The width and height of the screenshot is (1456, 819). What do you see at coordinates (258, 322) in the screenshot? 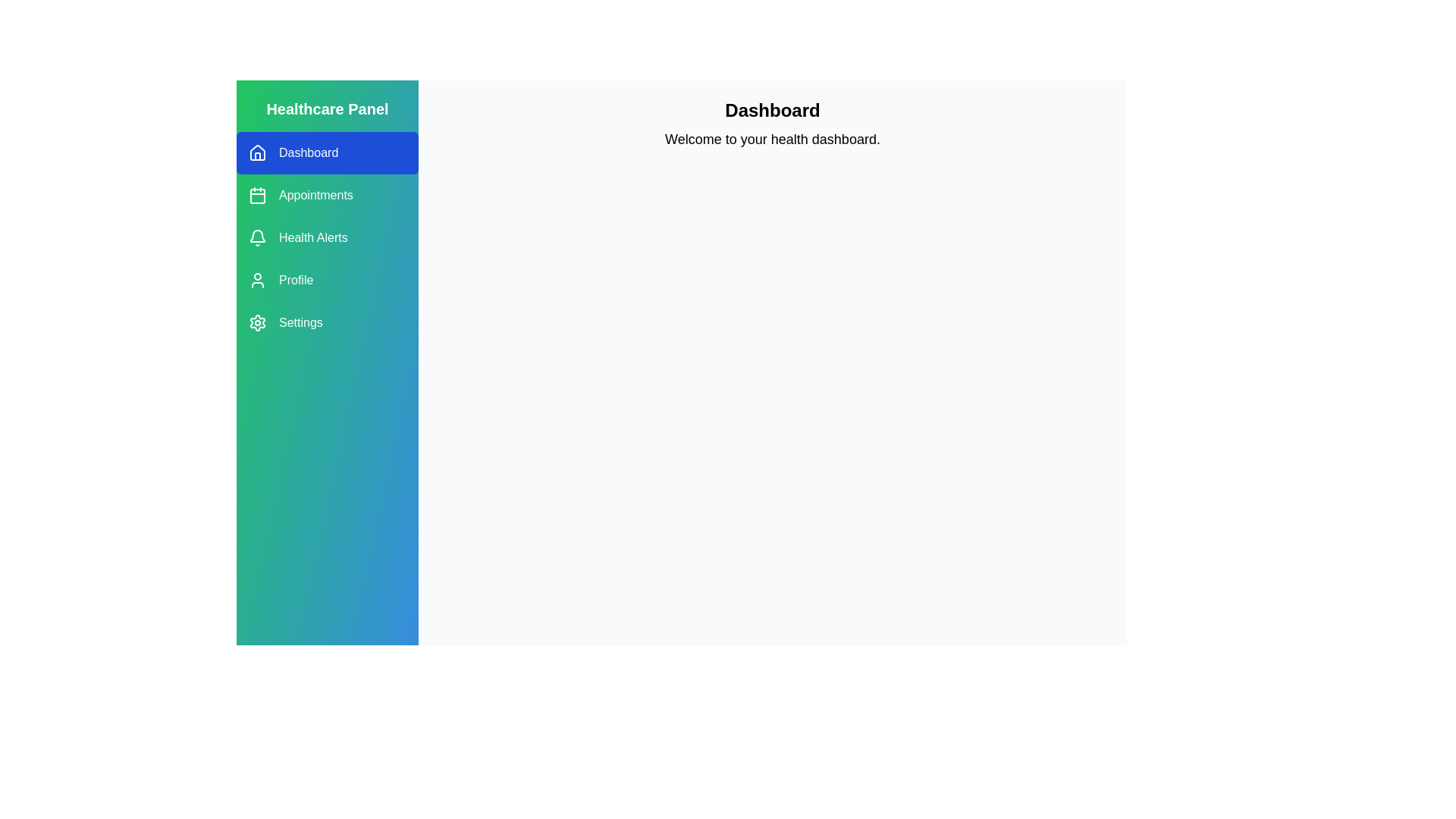
I see `the gear-shaped settings icon located in the vertical navigation menu on the left side of the interface` at bounding box center [258, 322].